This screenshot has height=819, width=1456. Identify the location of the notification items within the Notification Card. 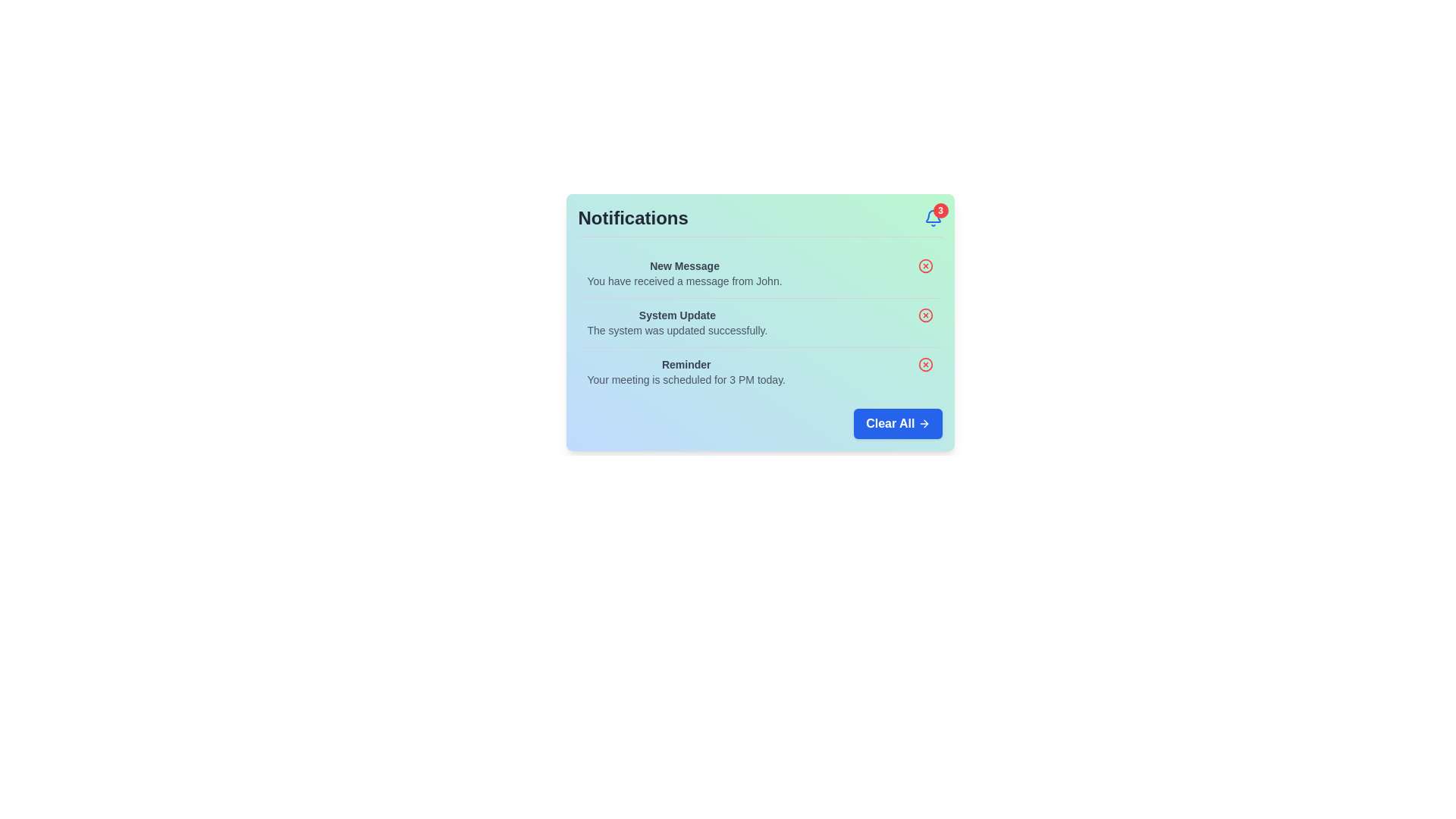
(760, 322).